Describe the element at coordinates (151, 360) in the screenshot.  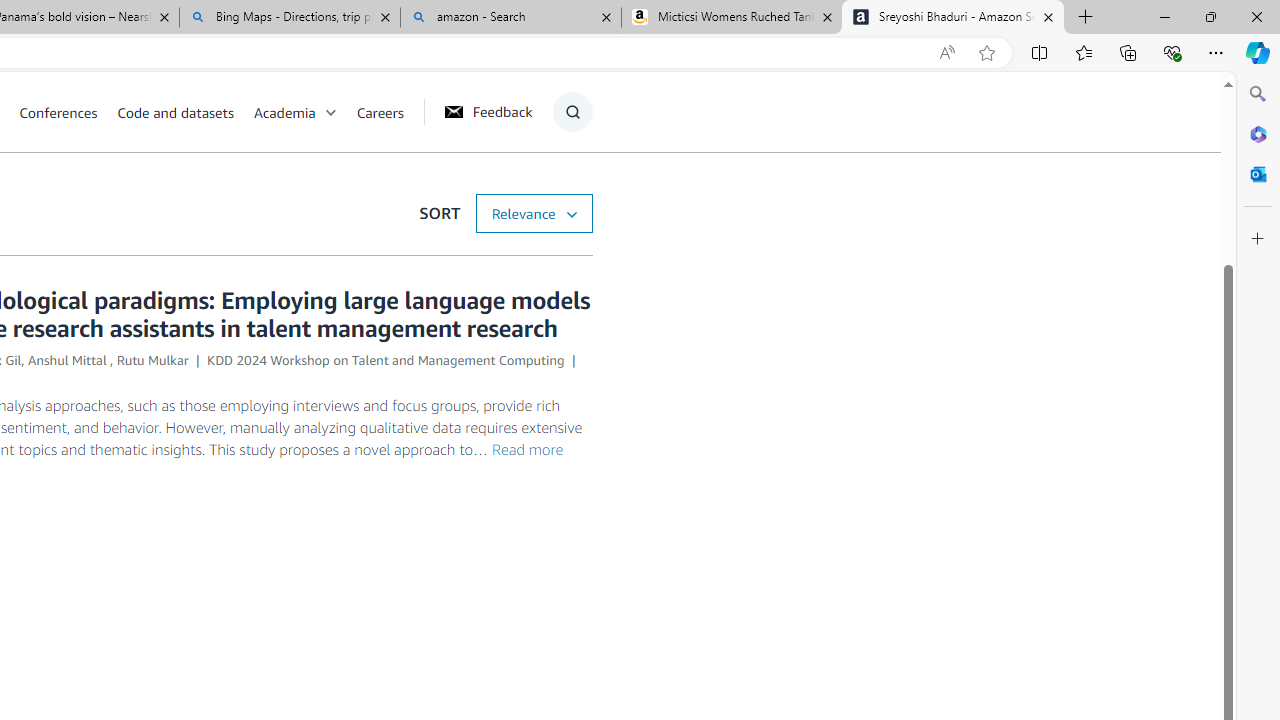
I see `'Rutu Mulkar'` at that location.